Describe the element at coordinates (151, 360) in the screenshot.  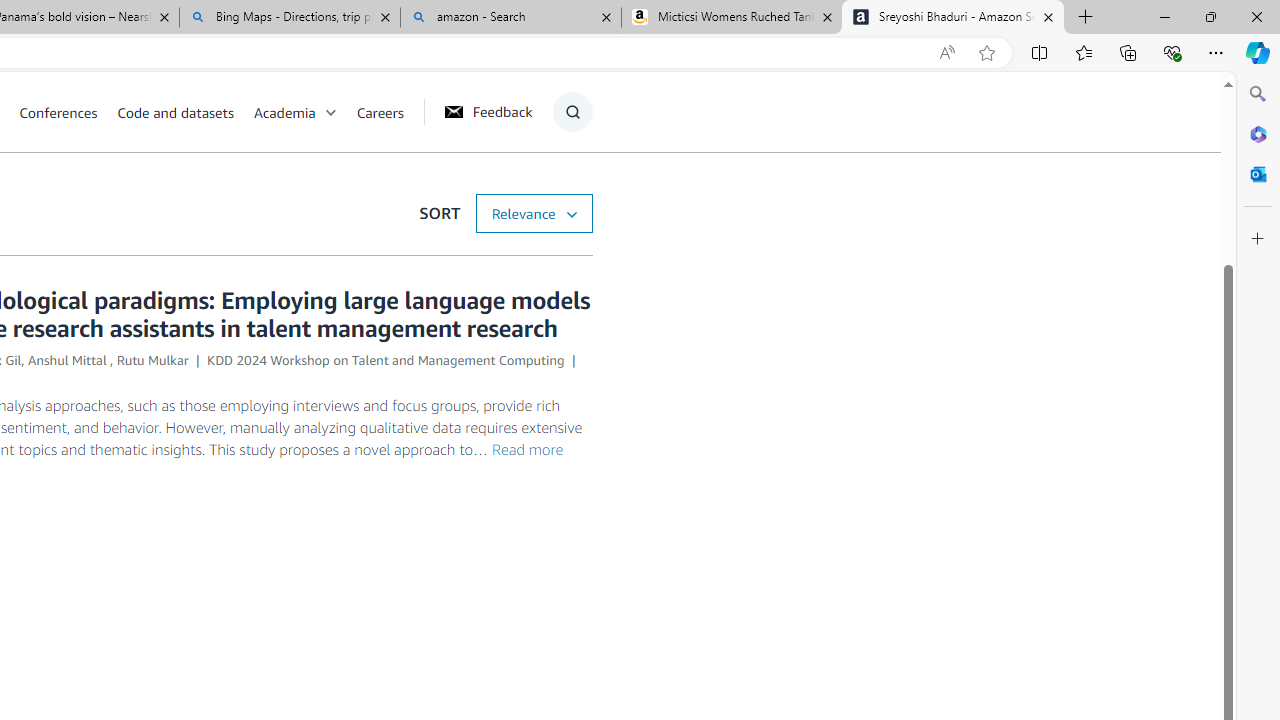
I see `'Rutu Mulkar'` at that location.